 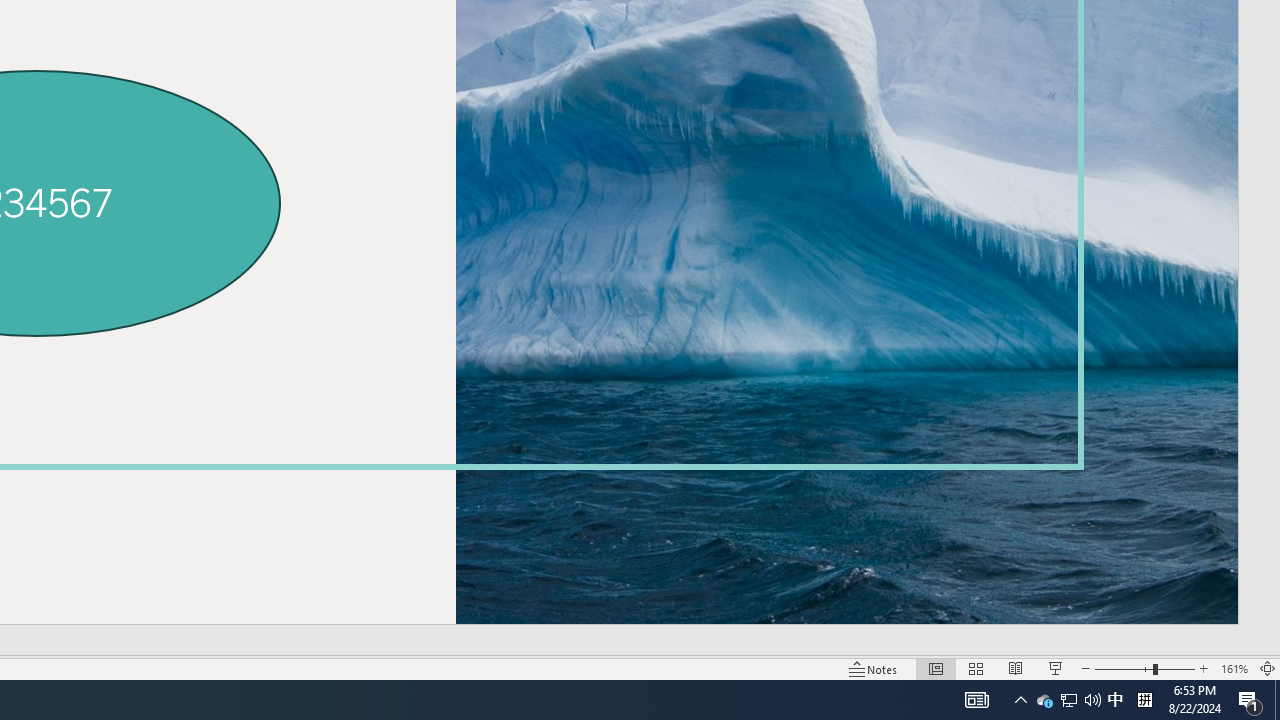 What do you see at coordinates (1123, 669) in the screenshot?
I see `'Zoom Out'` at bounding box center [1123, 669].